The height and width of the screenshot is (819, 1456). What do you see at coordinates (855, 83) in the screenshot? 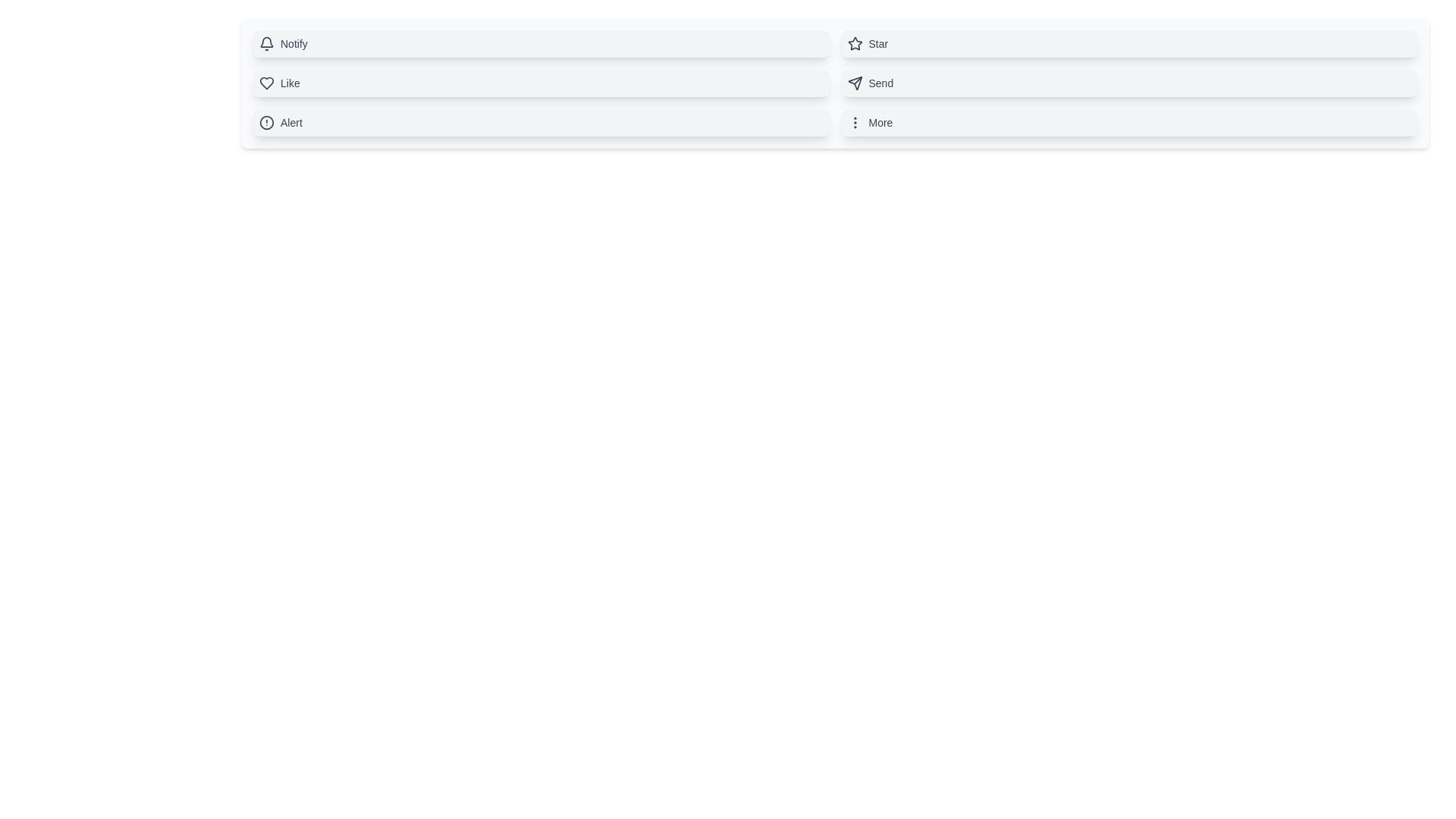
I see `the send-like icon located within the 'Send' button in the top-right section of the interface` at bounding box center [855, 83].